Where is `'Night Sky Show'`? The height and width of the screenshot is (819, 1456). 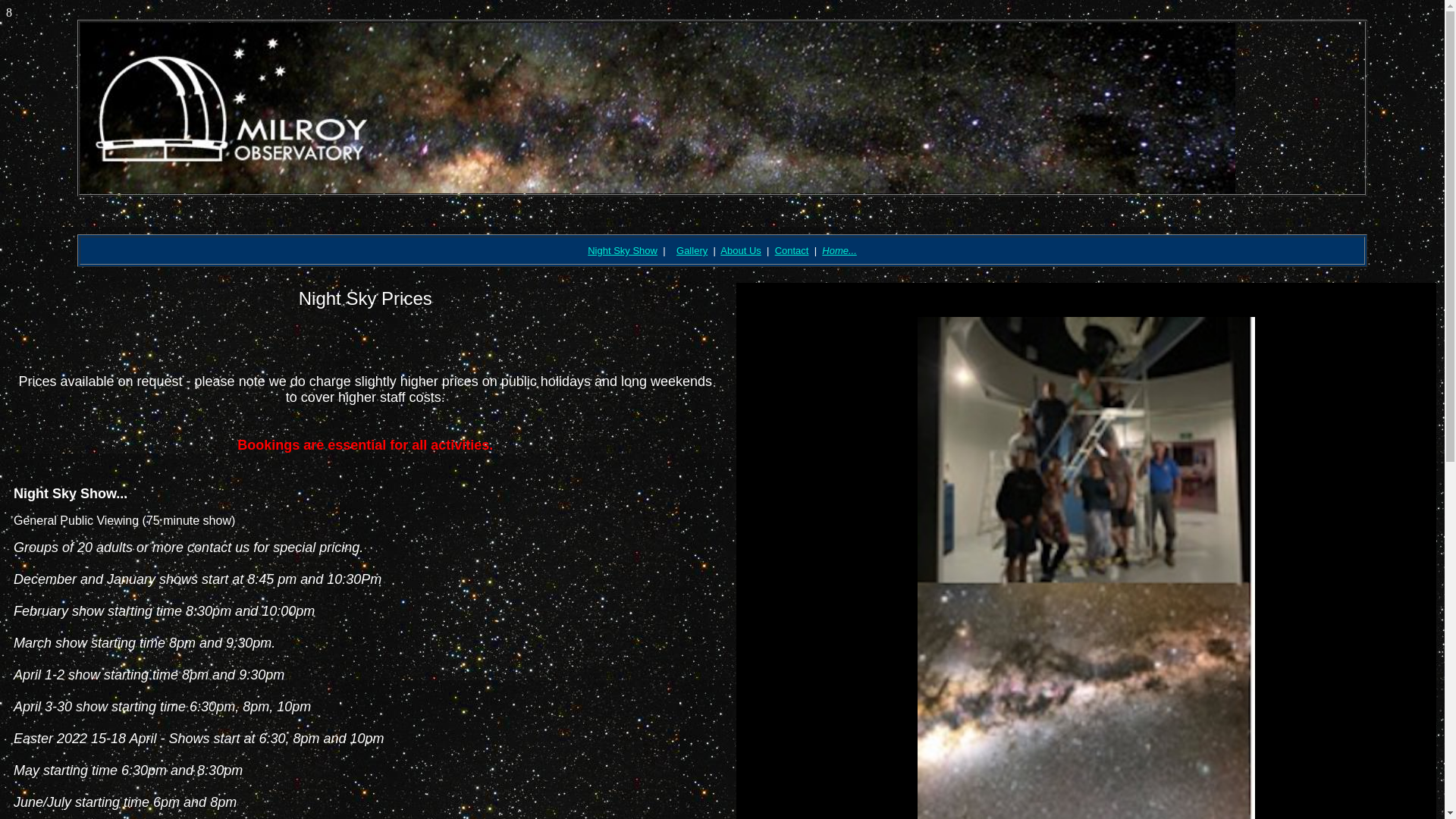
'Night Sky Show' is located at coordinates (622, 249).